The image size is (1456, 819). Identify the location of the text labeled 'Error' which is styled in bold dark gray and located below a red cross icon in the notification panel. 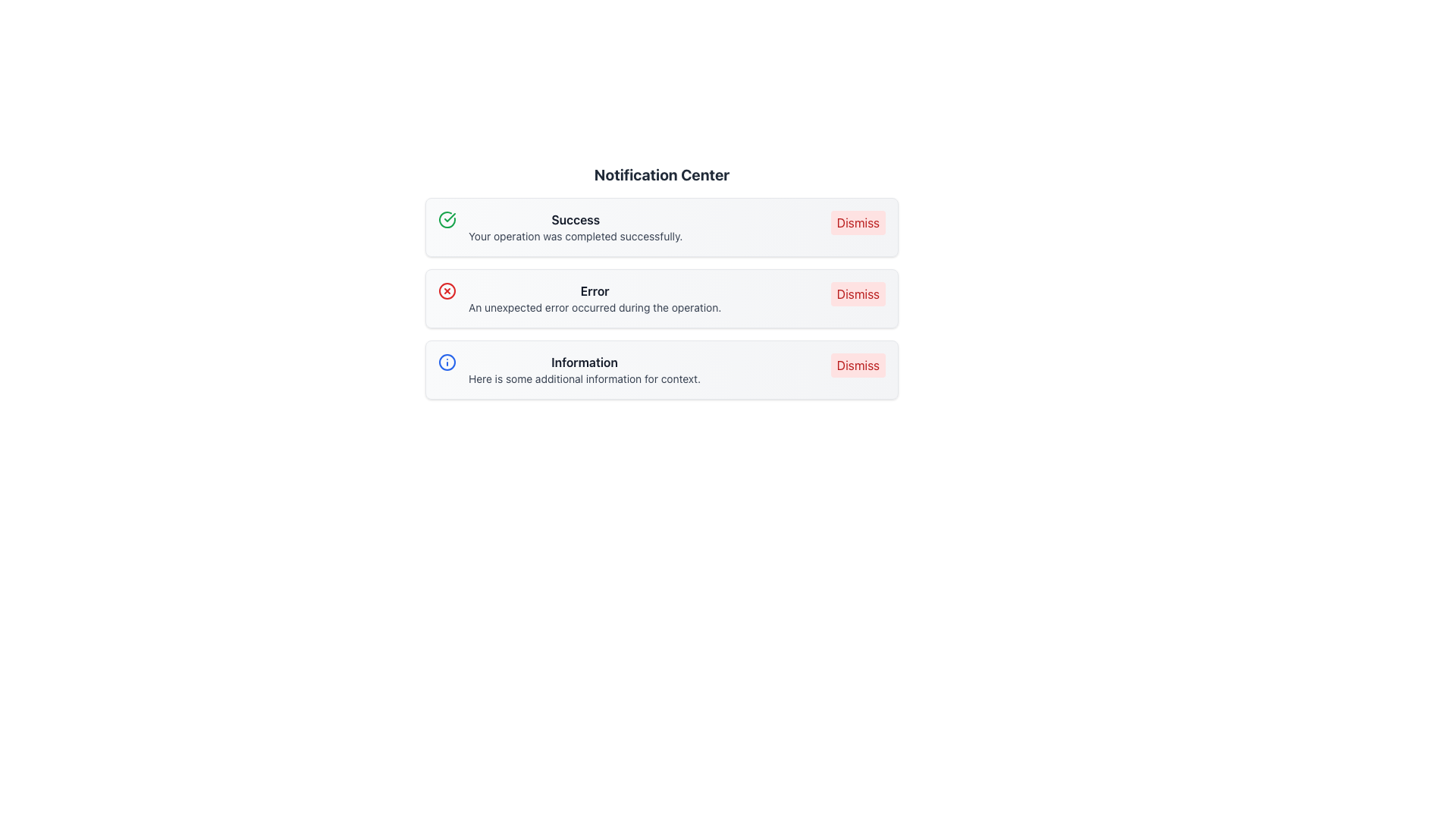
(594, 291).